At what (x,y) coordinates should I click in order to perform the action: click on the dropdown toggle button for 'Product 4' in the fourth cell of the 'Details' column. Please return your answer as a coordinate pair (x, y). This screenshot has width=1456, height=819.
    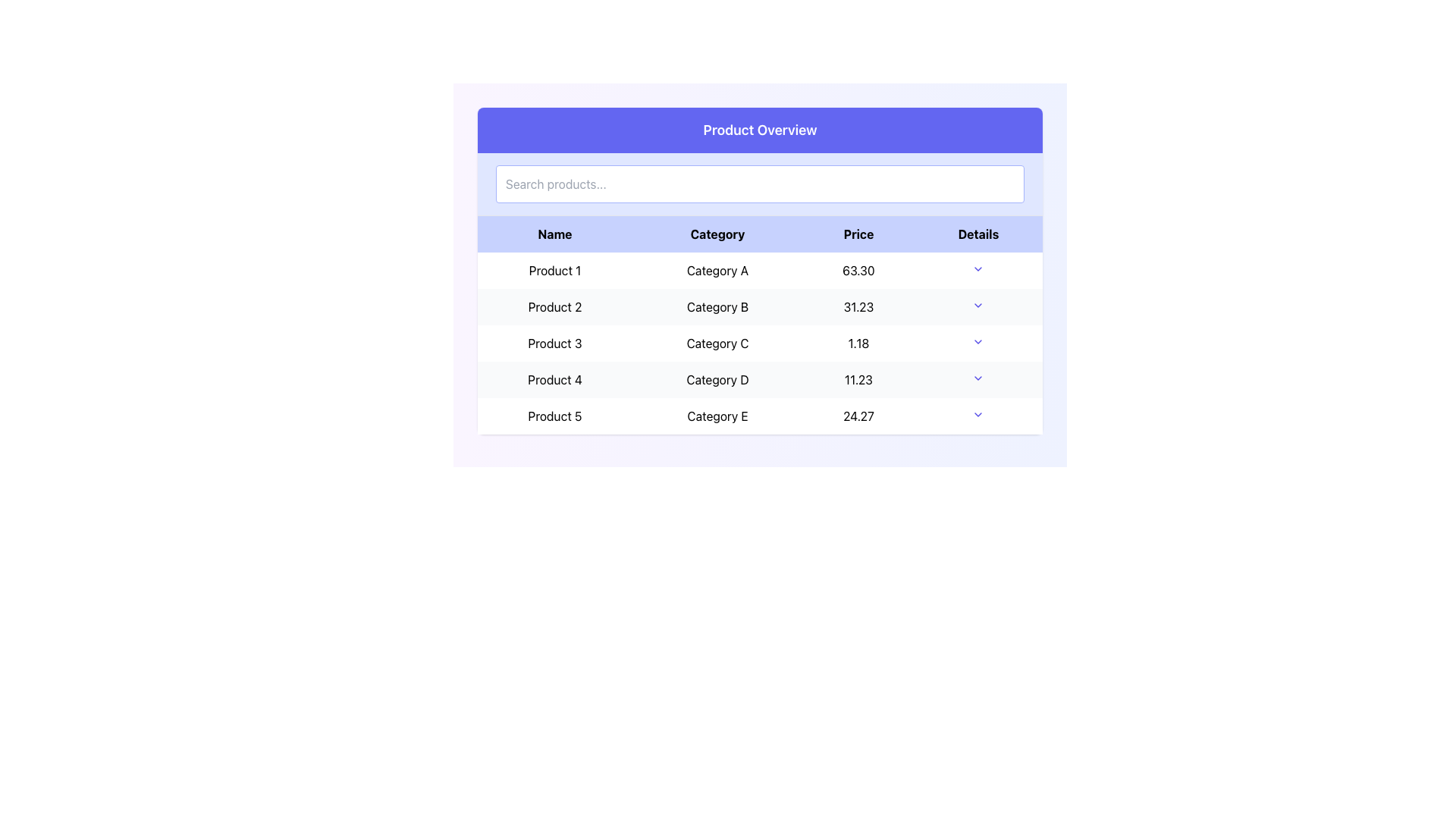
    Looking at the image, I should click on (978, 379).